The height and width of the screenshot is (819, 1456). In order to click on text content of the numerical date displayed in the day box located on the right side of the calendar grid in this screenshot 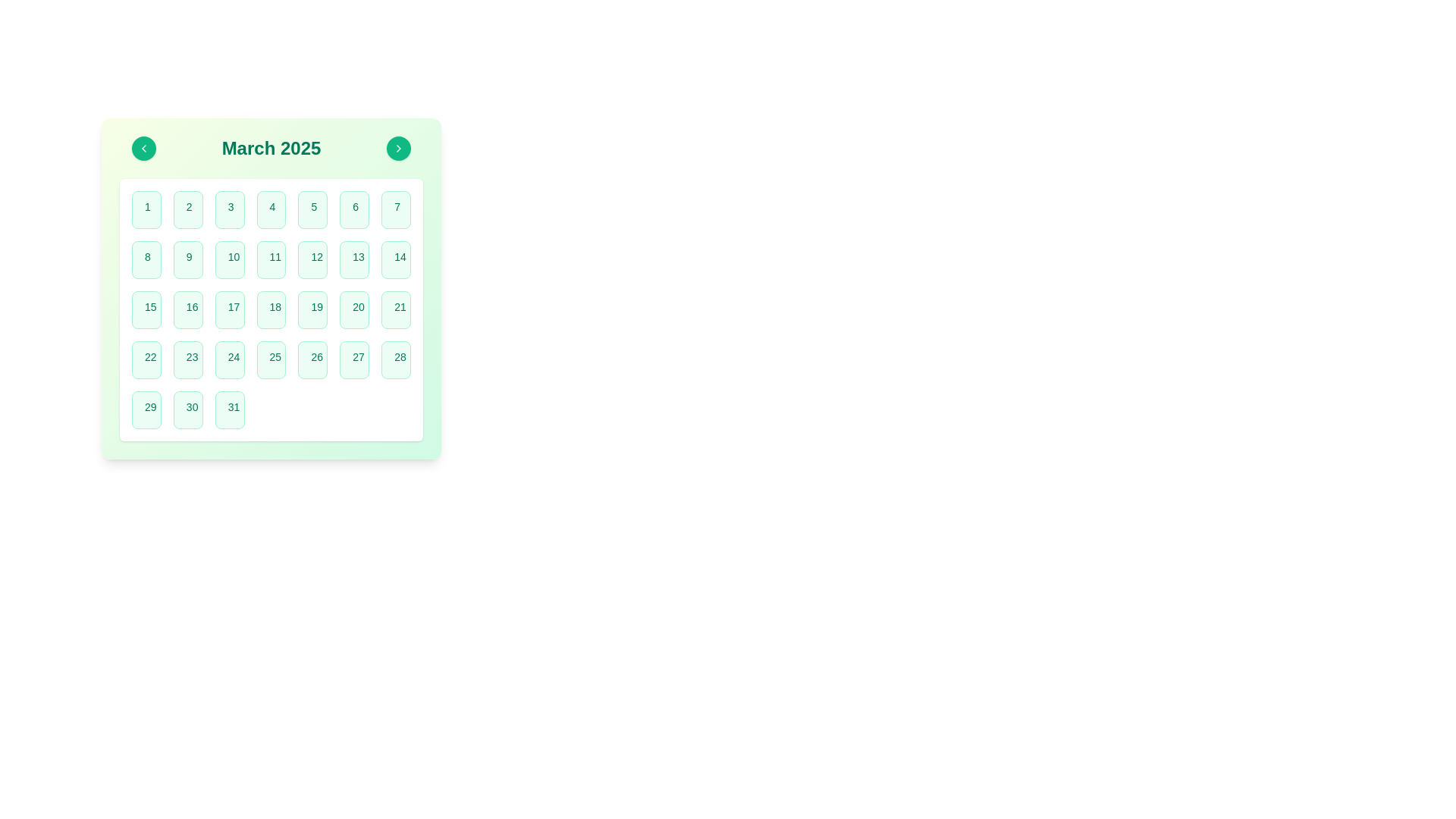, I will do `click(397, 207)`.